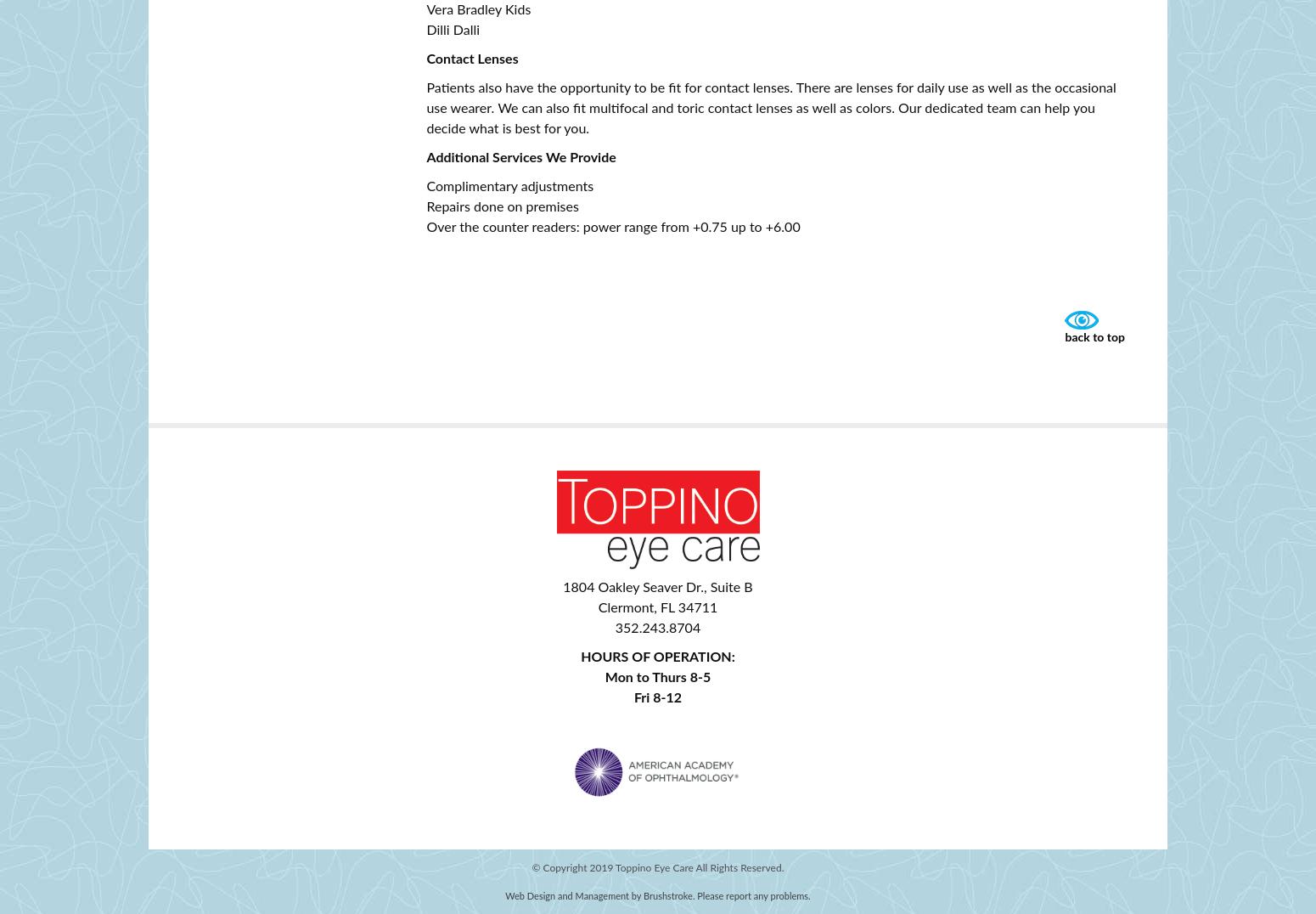 The height and width of the screenshot is (914, 1316). I want to click on 'Web Design and Management by Brushstroke. Please report any problems.', so click(657, 895).